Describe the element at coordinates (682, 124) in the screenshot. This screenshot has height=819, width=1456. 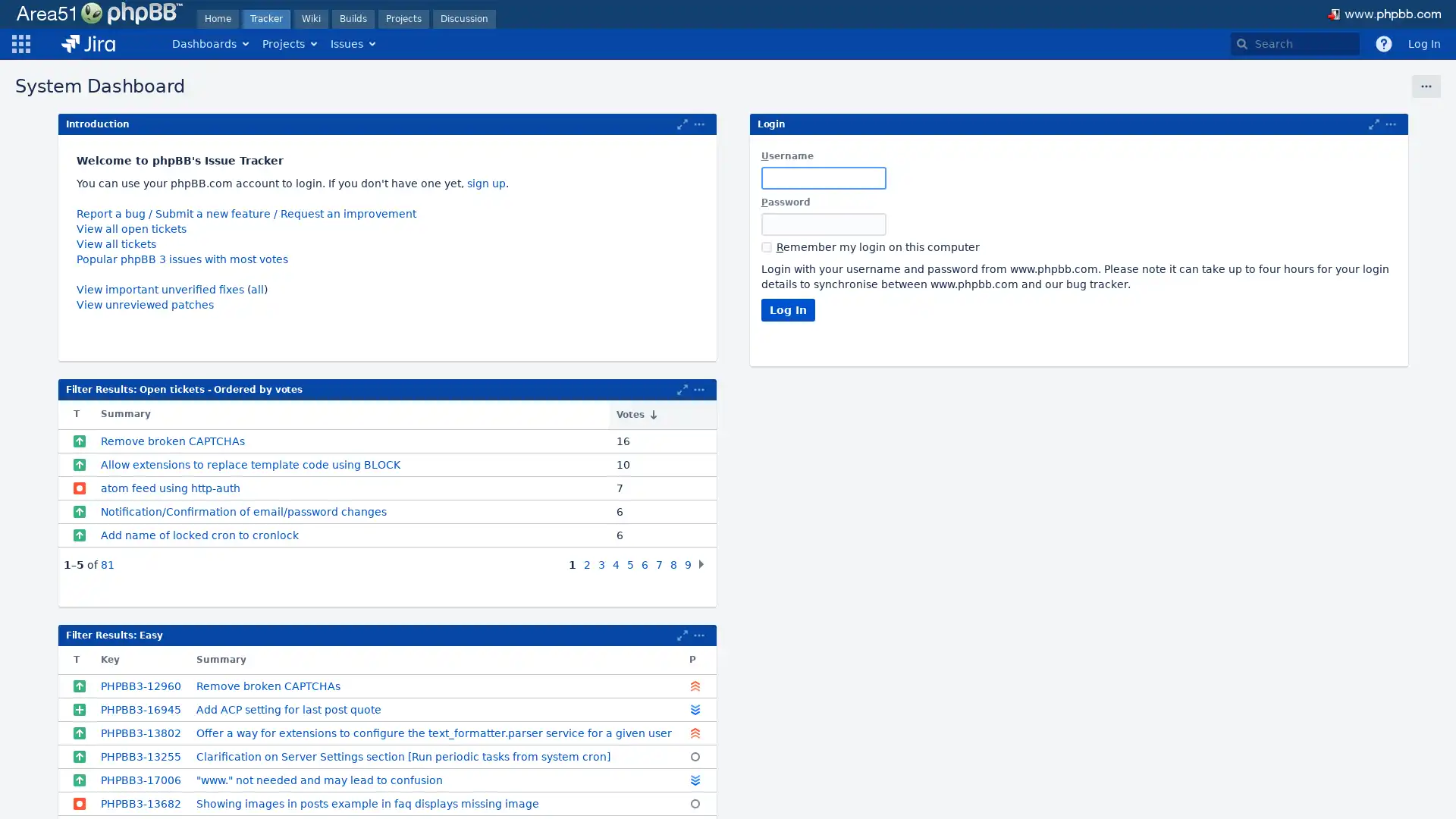
I see `Maximize` at that location.